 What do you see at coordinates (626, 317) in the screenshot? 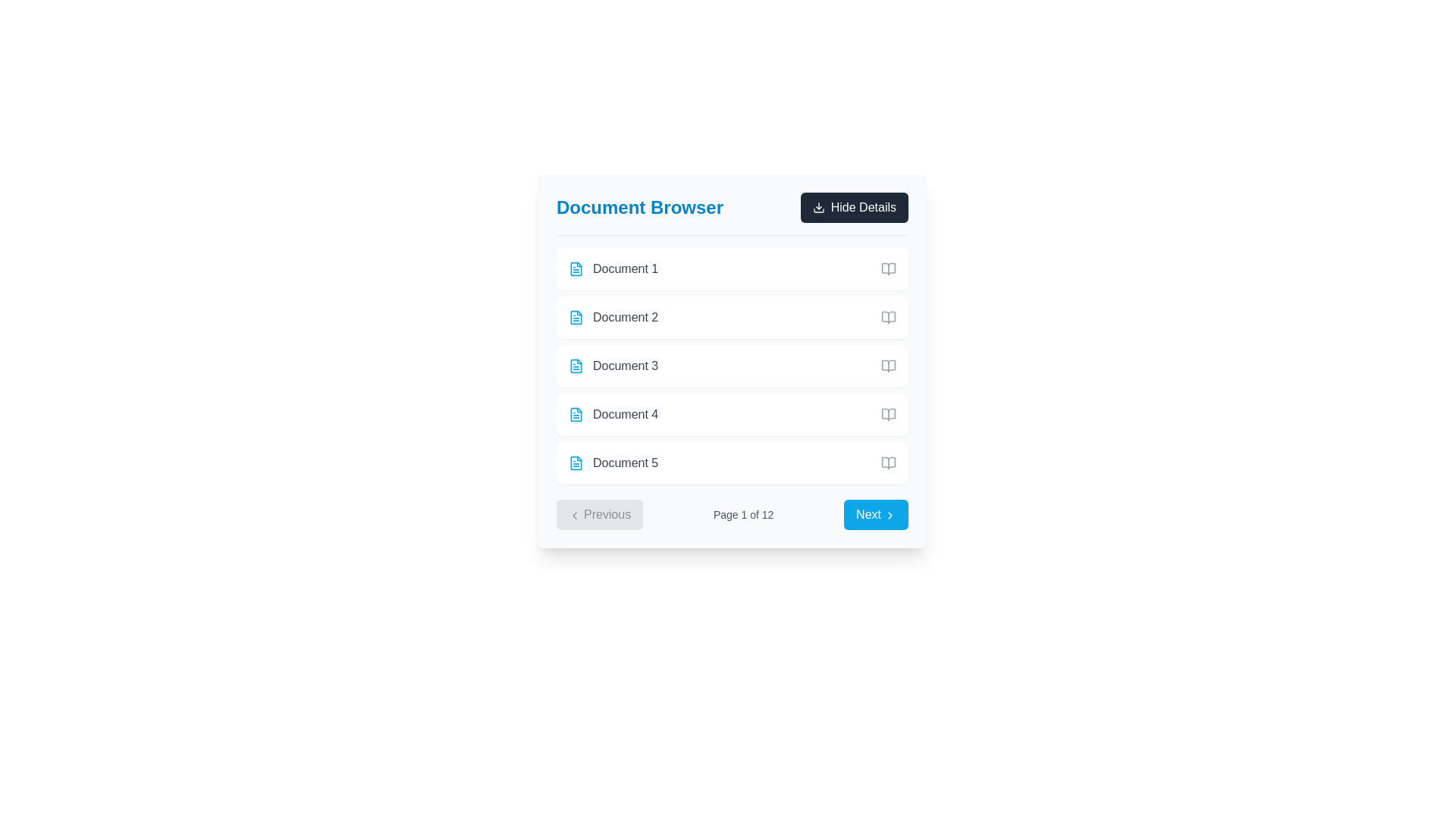
I see `the text label describing a file or document entry, which is the second item in a vertical list, aligned with a blue file icon to the left` at bounding box center [626, 317].